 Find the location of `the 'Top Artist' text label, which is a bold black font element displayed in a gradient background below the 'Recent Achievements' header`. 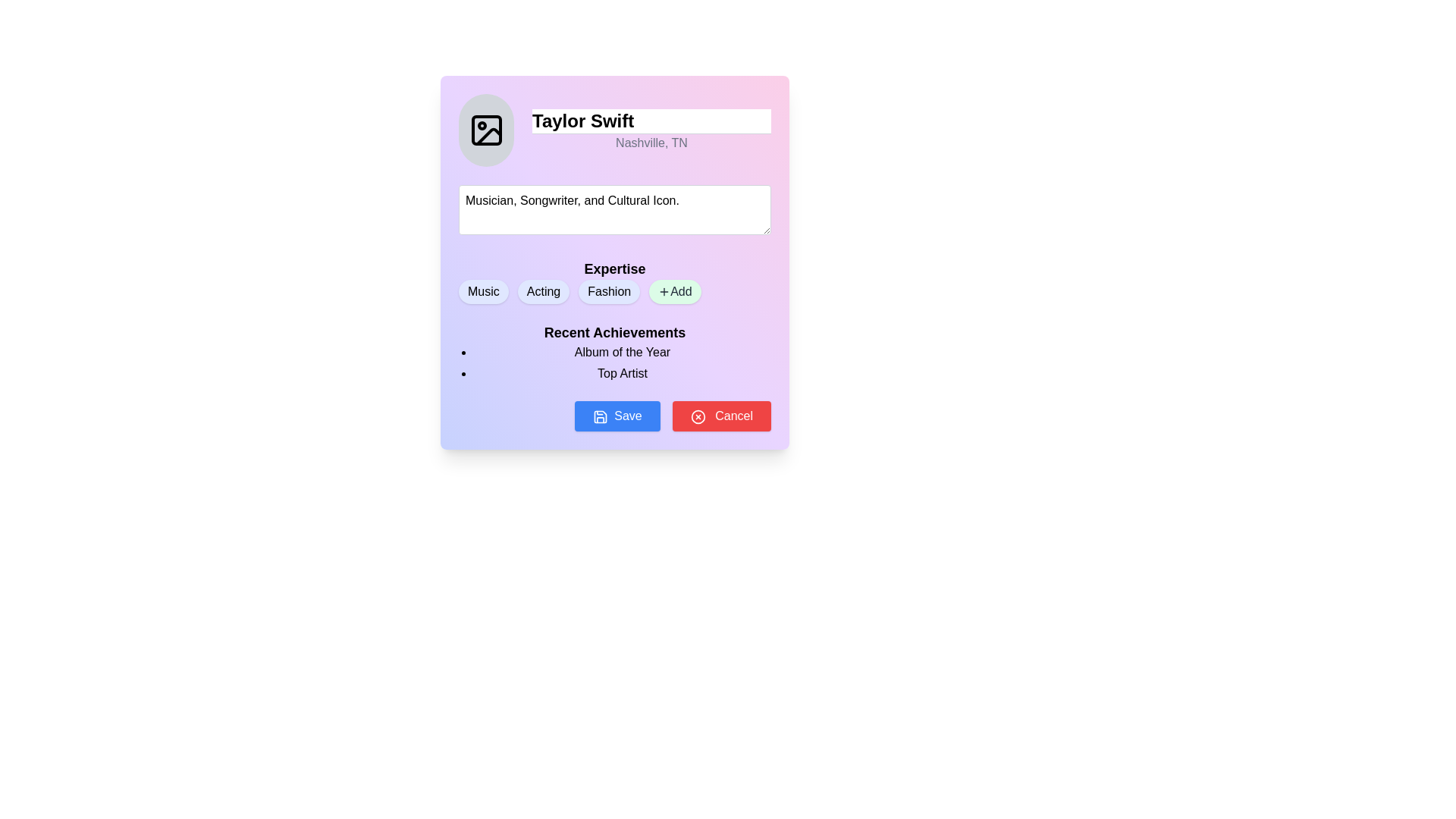

the 'Top Artist' text label, which is a bold black font element displayed in a gradient background below the 'Recent Achievements' header is located at coordinates (622, 374).